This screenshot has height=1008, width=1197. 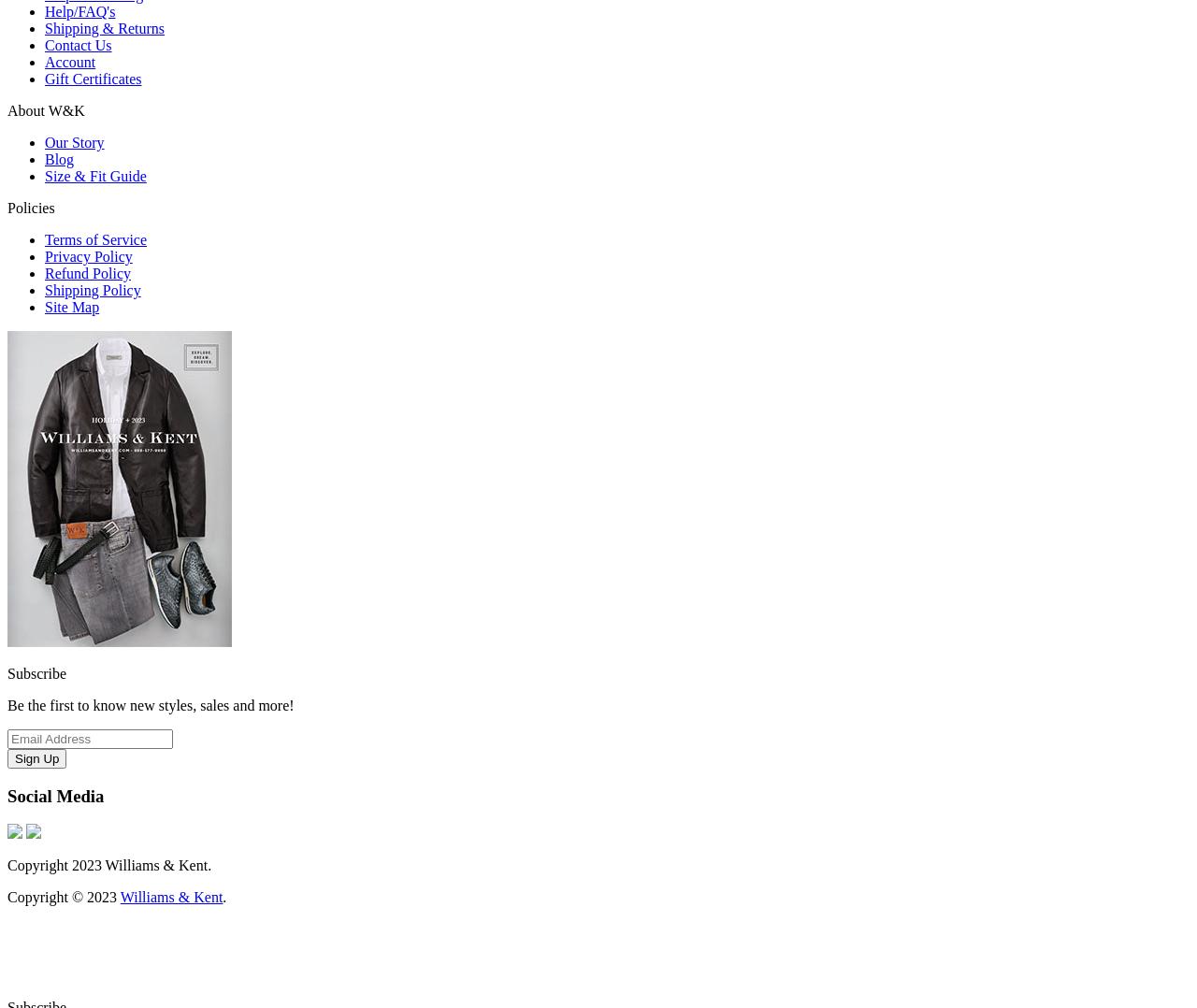 What do you see at coordinates (59, 157) in the screenshot?
I see `'Blog'` at bounding box center [59, 157].